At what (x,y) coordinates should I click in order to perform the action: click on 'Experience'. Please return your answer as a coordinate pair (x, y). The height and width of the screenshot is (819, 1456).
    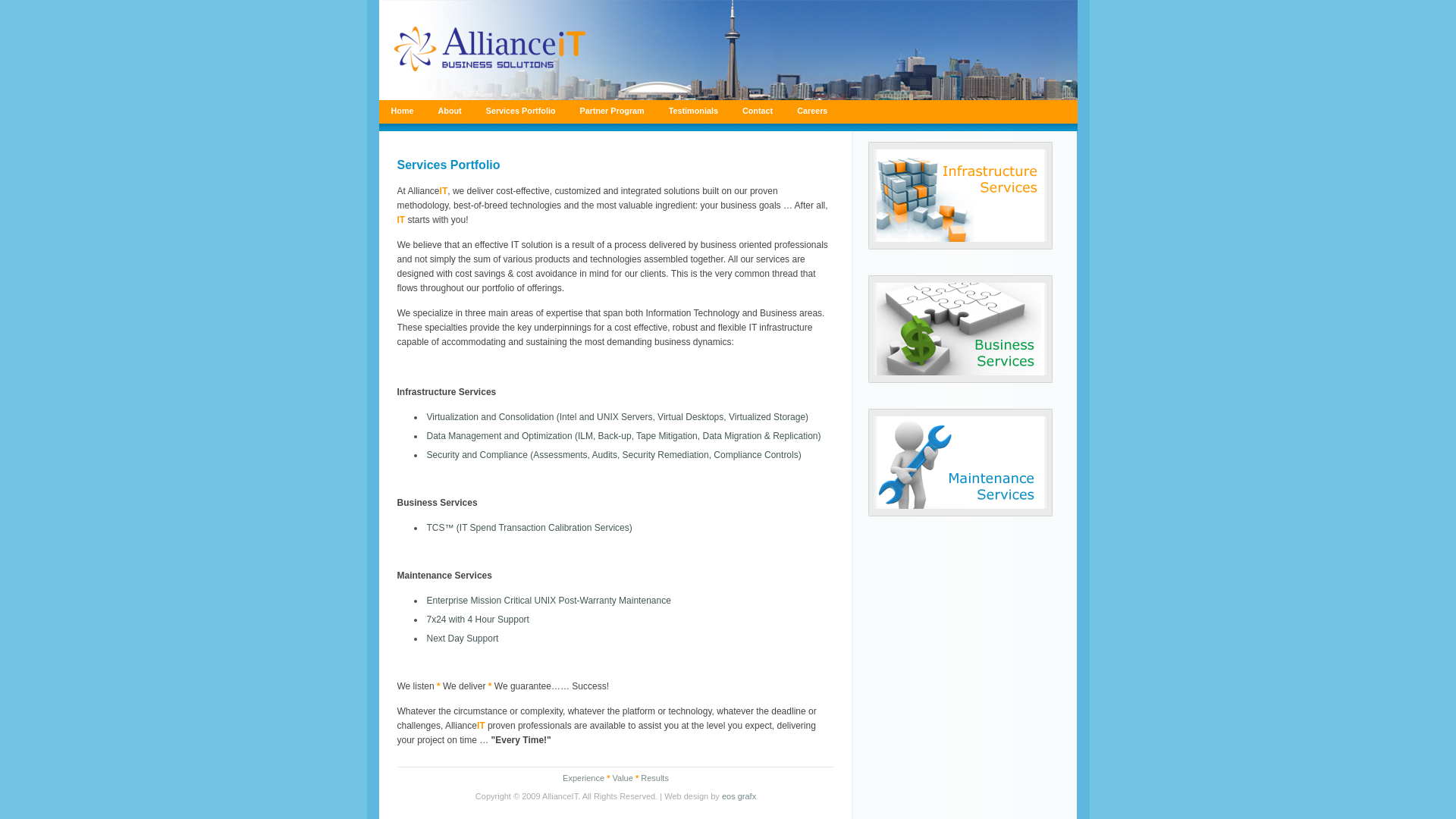
    Looking at the image, I should click on (582, 778).